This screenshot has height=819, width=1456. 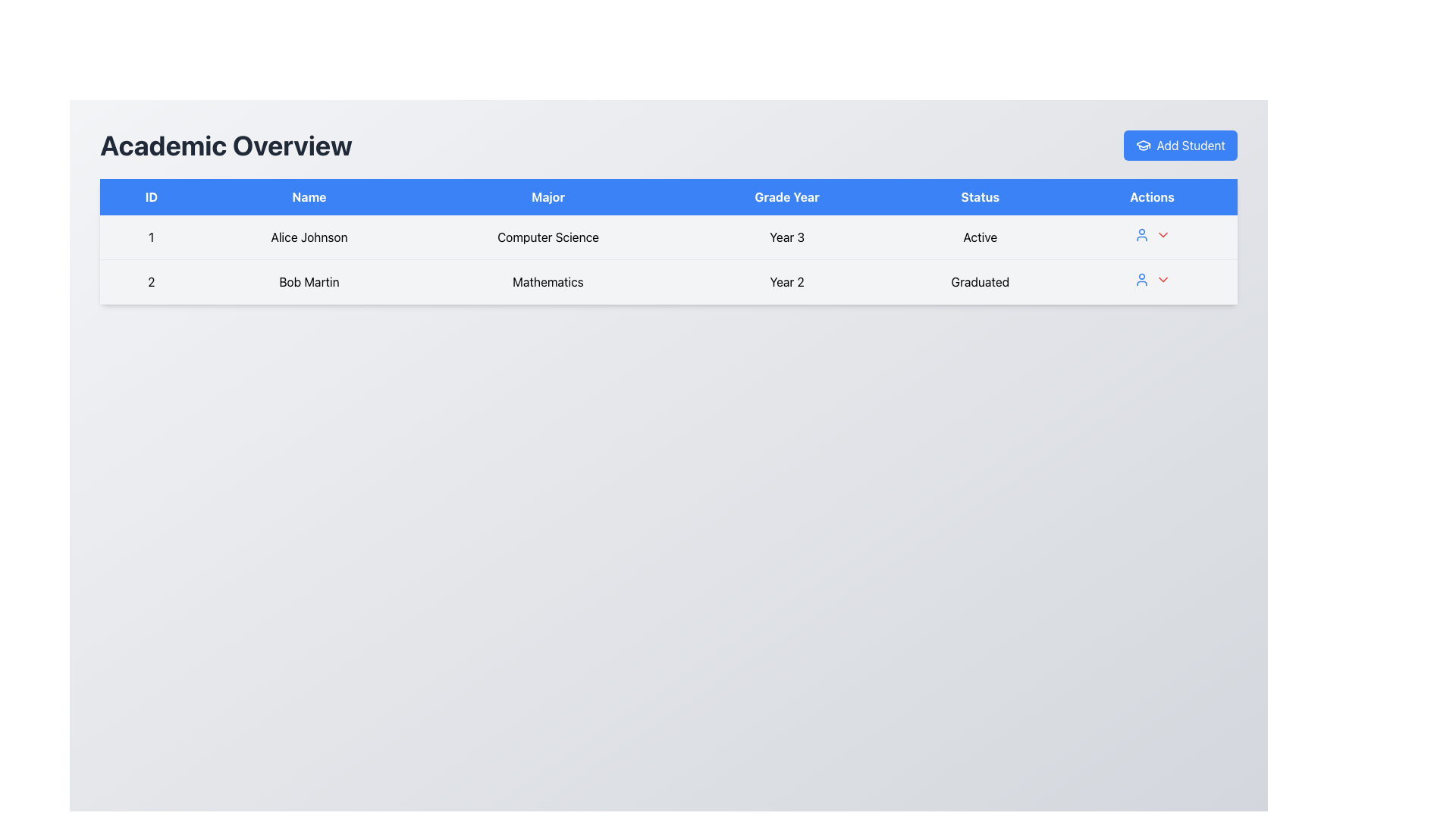 I want to click on the text label displaying 'Alice Johnson', so click(x=309, y=237).